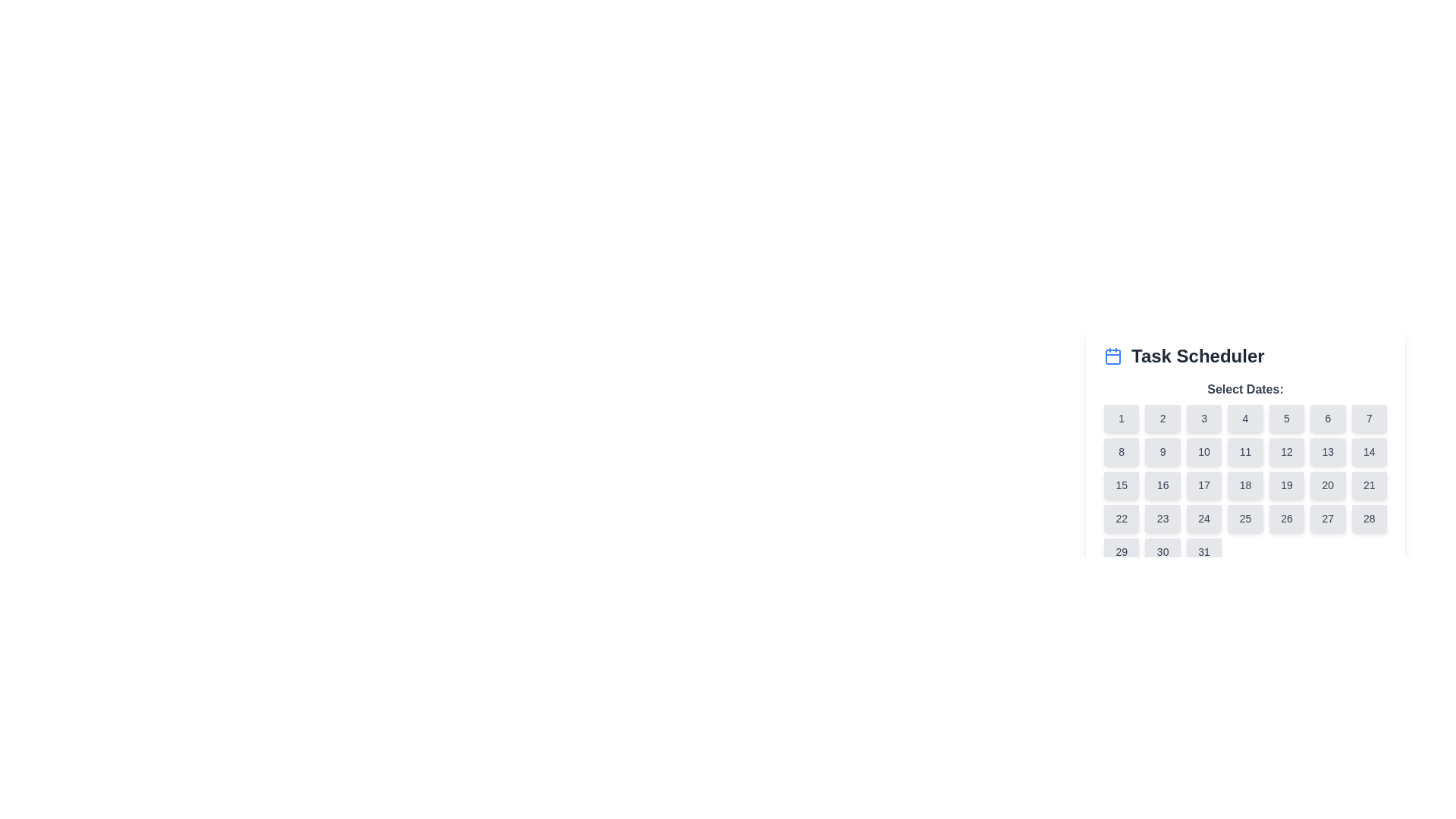 The width and height of the screenshot is (1456, 819). Describe the element at coordinates (1245, 472) in the screenshot. I see `a date button in the calendar grid` at that location.